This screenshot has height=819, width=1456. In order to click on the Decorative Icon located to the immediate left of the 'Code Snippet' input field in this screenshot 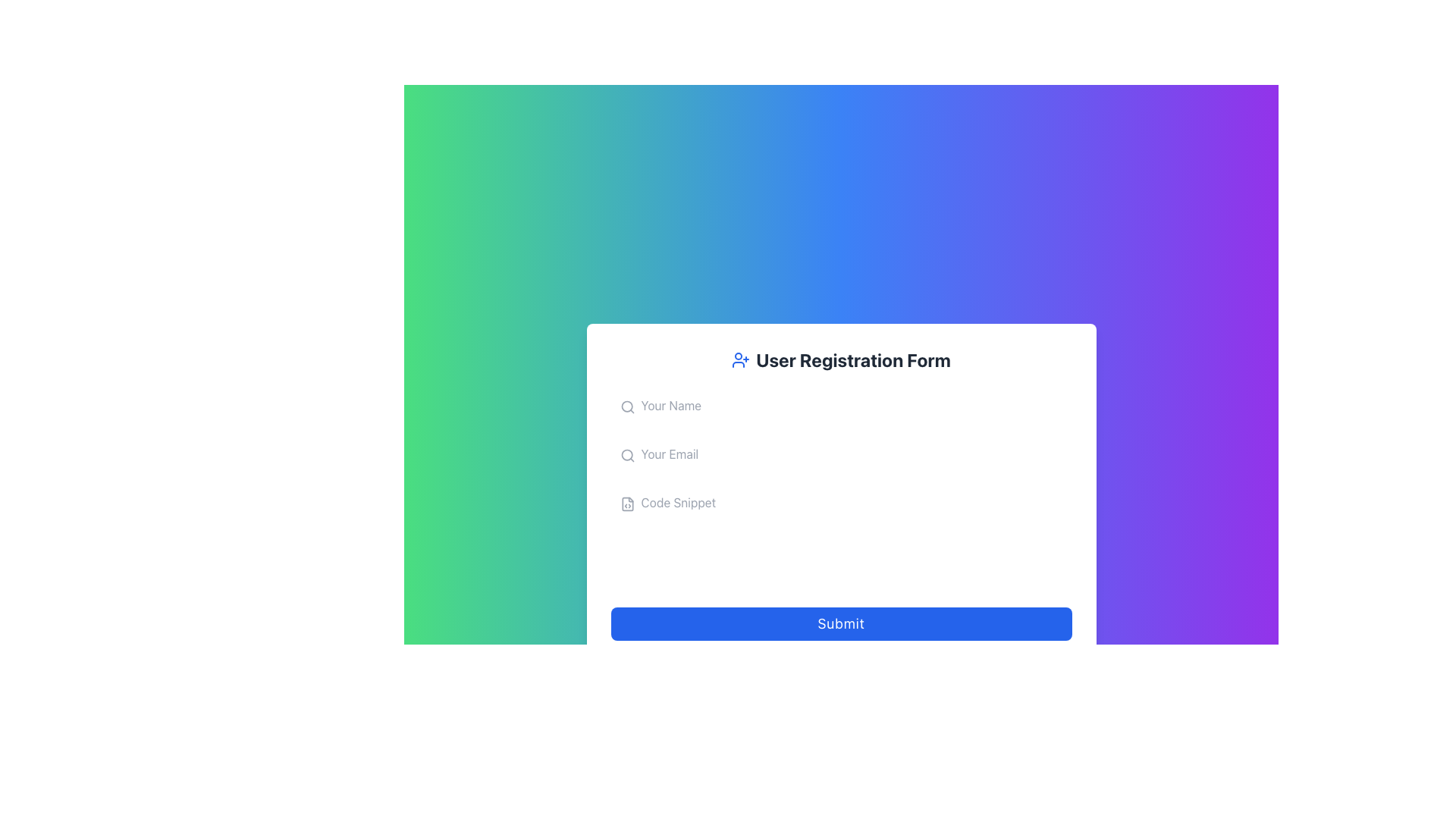, I will do `click(627, 504)`.